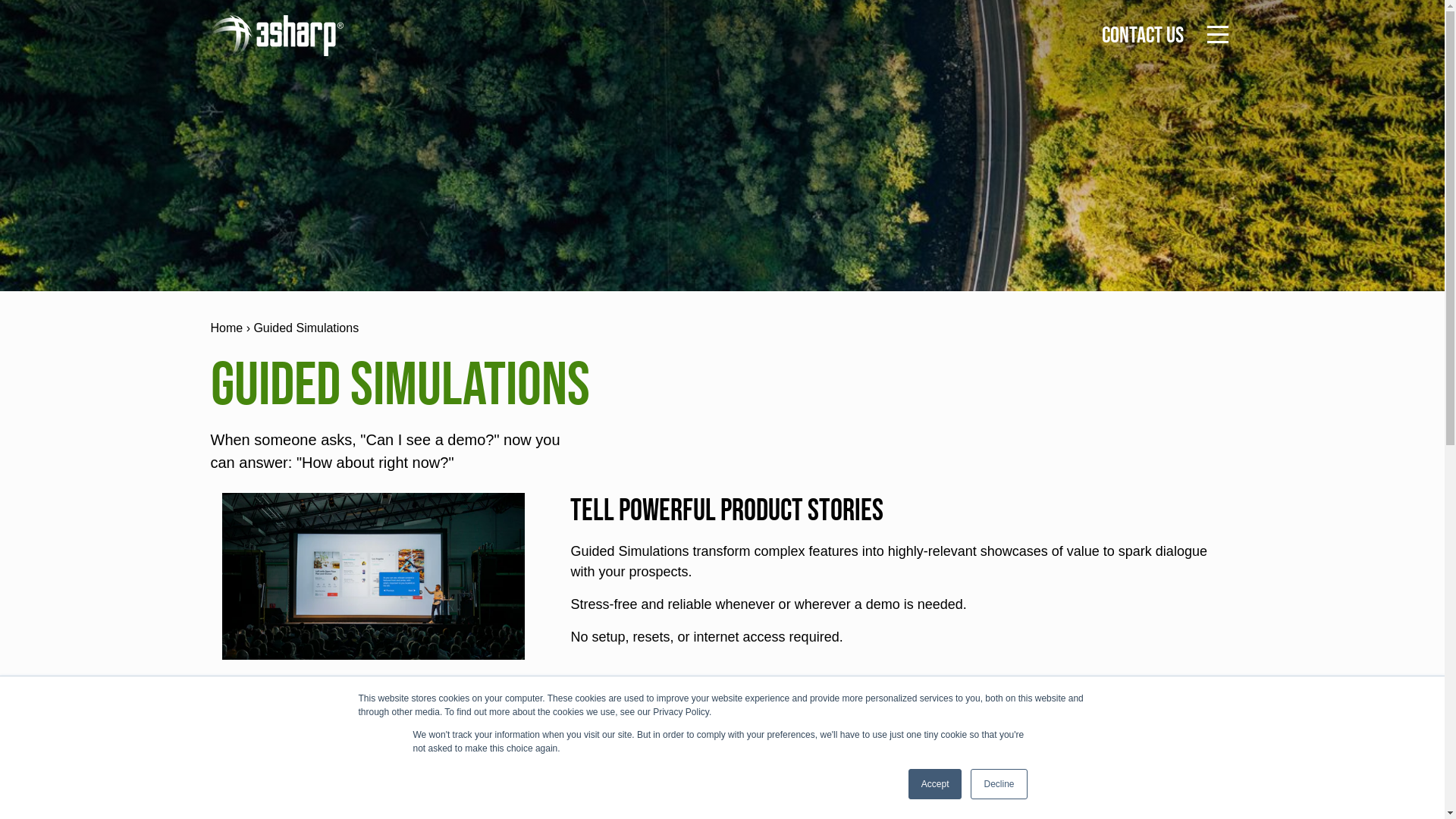 This screenshot has height=819, width=1456. I want to click on 'Home', so click(226, 327).